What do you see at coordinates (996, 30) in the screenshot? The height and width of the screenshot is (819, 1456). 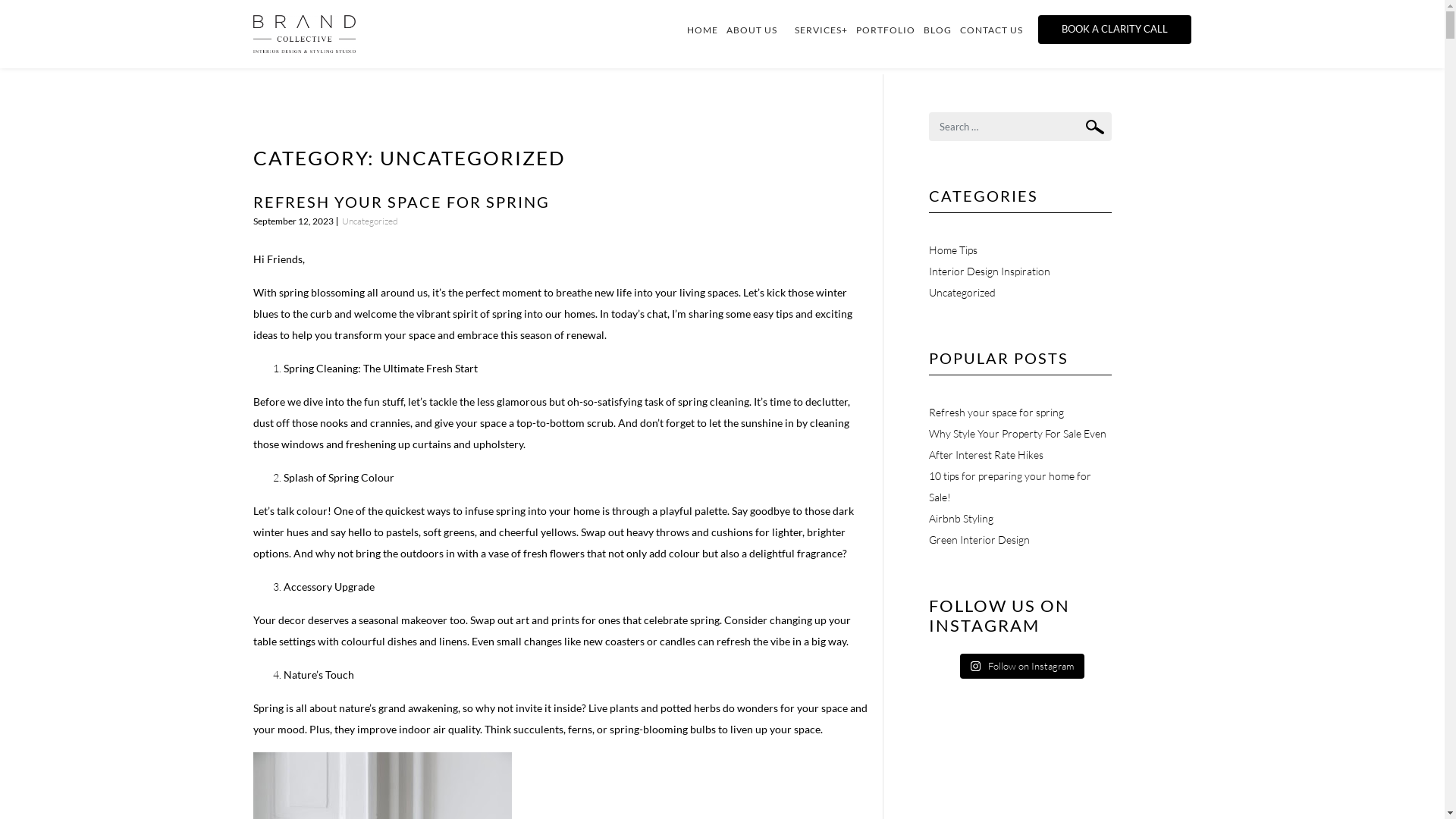 I see `'CONTACT US'` at bounding box center [996, 30].